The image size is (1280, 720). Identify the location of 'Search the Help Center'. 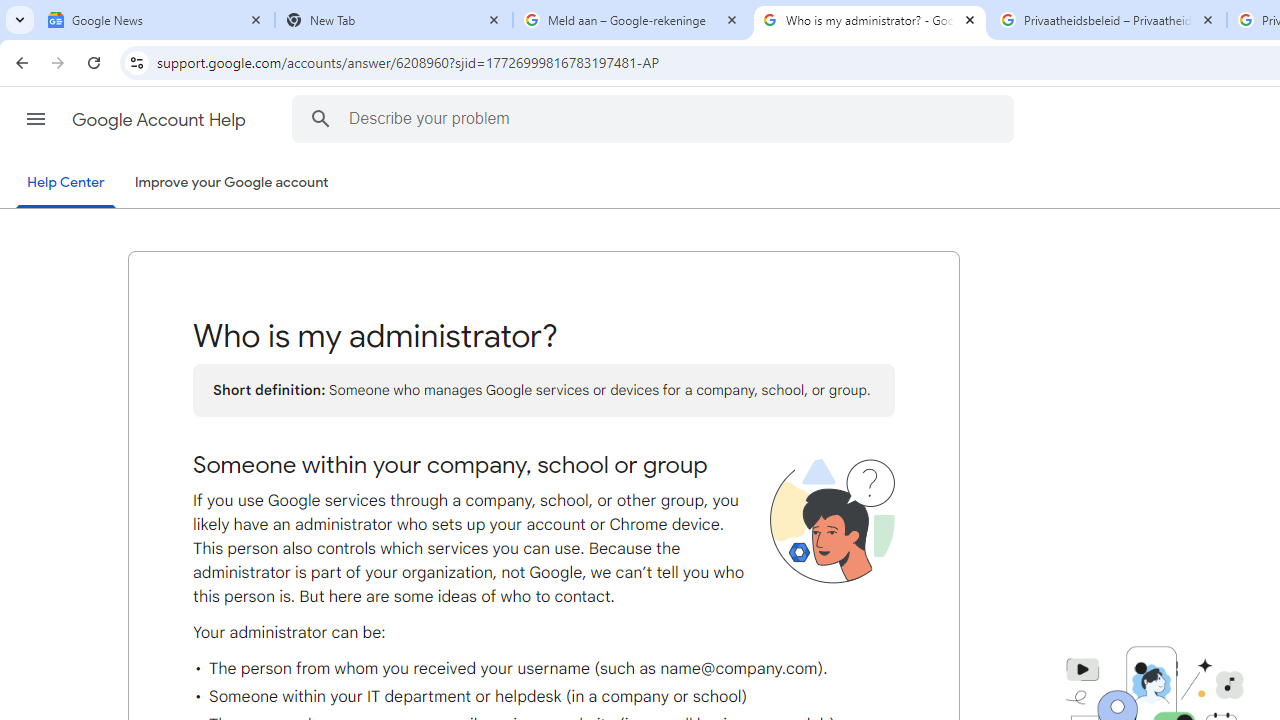
(320, 118).